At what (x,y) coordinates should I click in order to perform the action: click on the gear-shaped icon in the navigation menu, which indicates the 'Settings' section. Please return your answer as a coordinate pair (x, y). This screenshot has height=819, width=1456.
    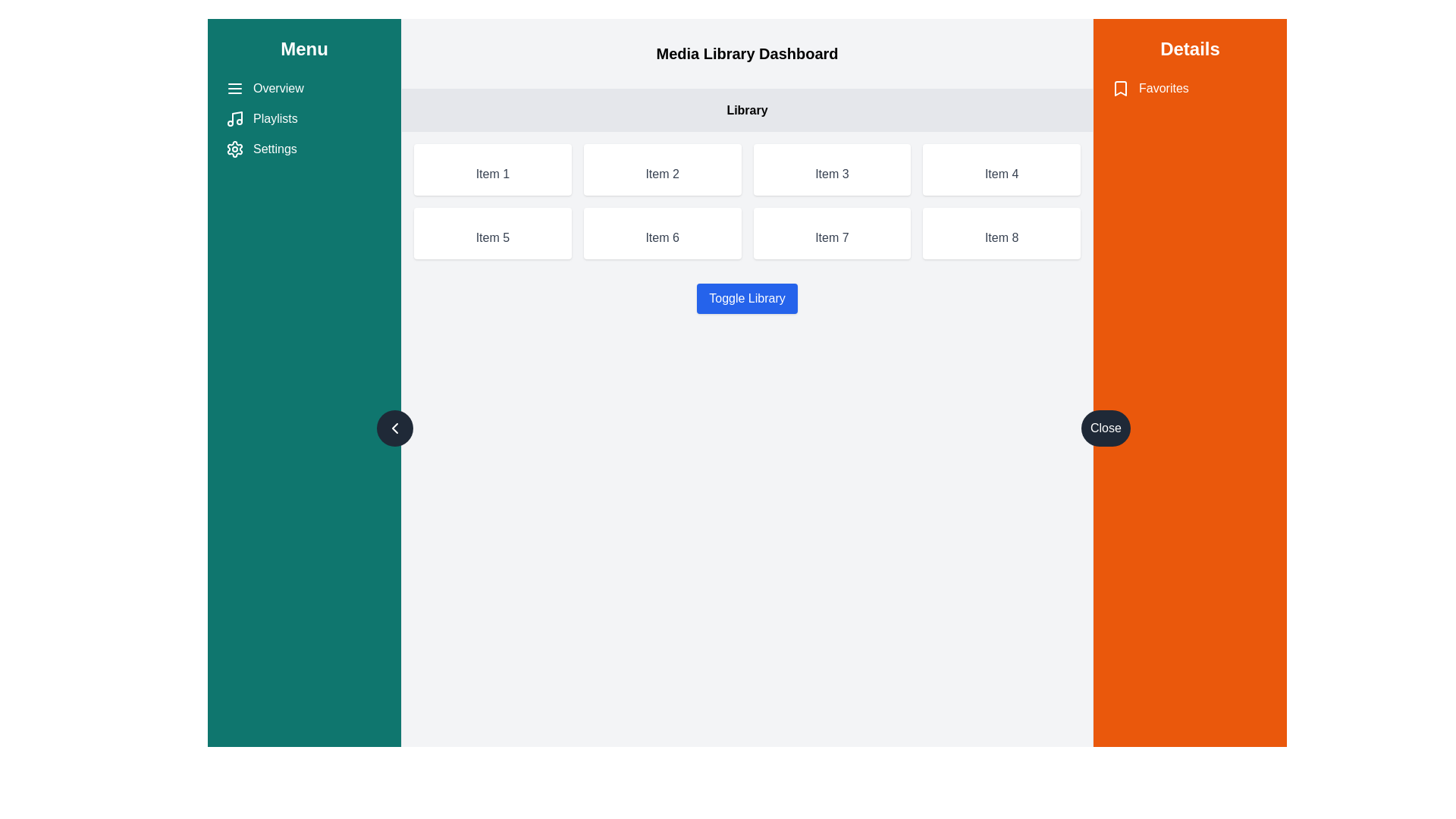
    Looking at the image, I should click on (234, 149).